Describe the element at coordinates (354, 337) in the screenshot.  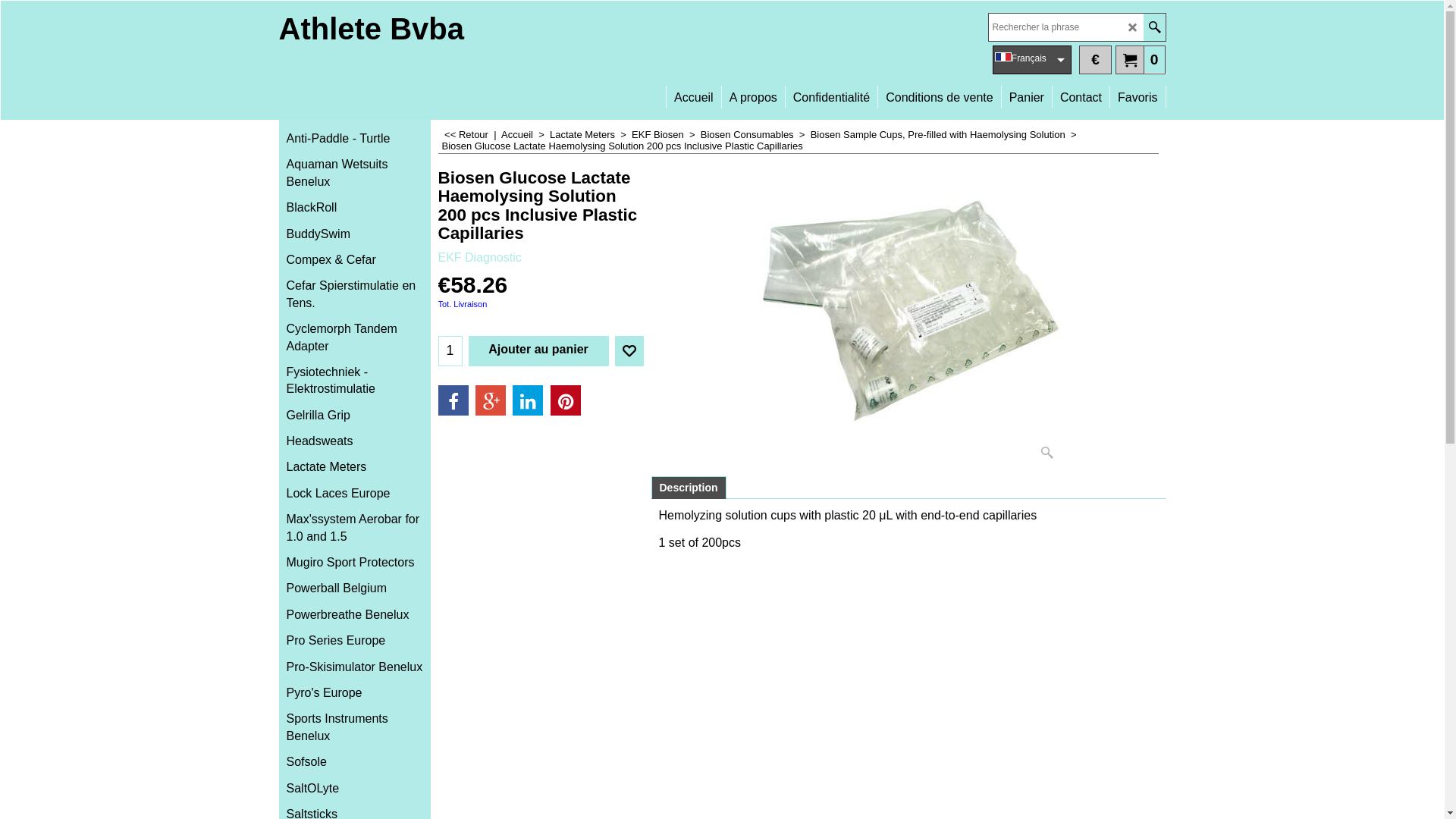
I see `'Cyclemorph Tandem Adapter'` at that location.